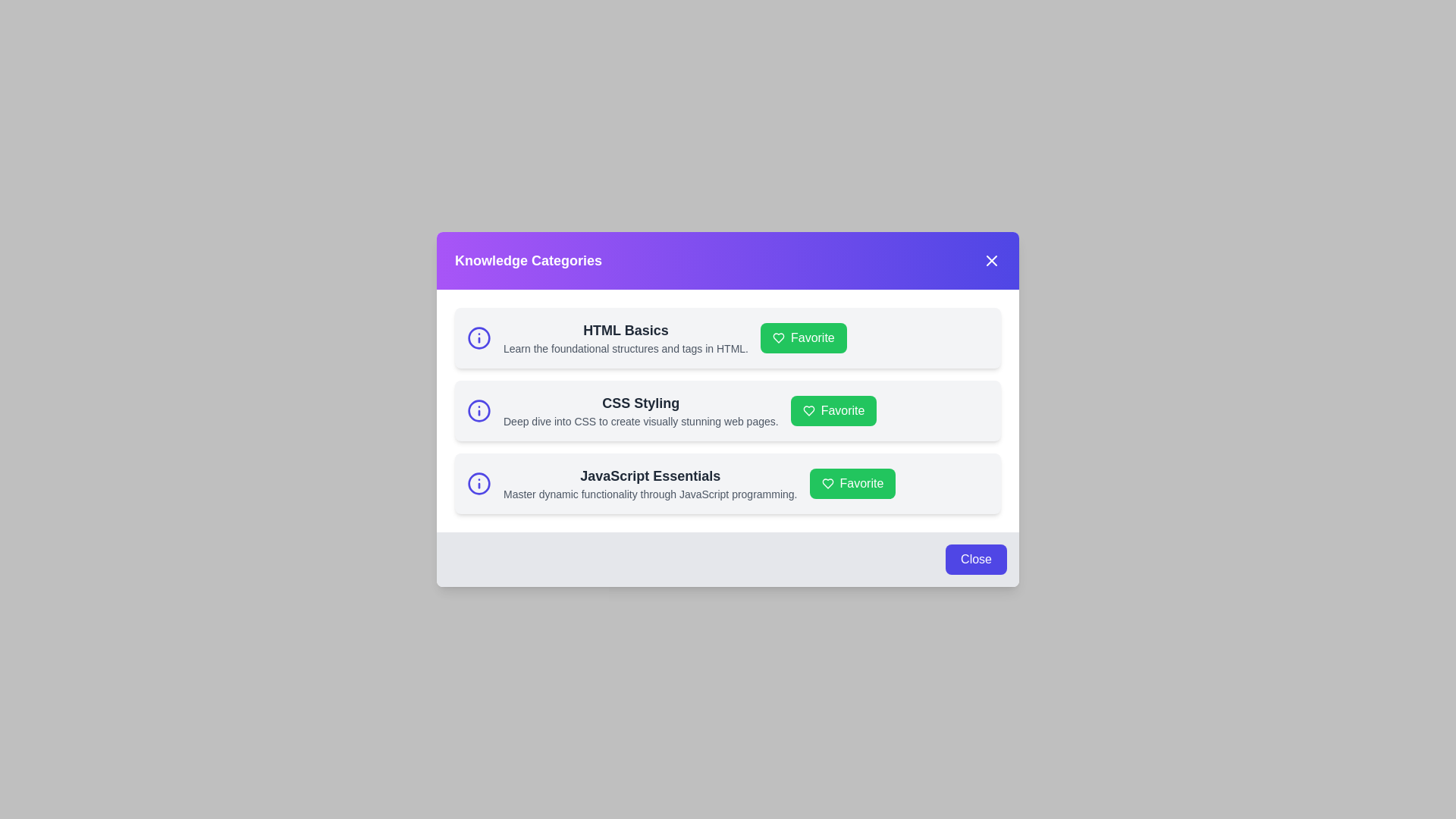 The image size is (1456, 819). I want to click on the Interactive card titled 'HTML Basics' with a description 'Learn the foundational structures and tags in HTML.', so click(728, 337).